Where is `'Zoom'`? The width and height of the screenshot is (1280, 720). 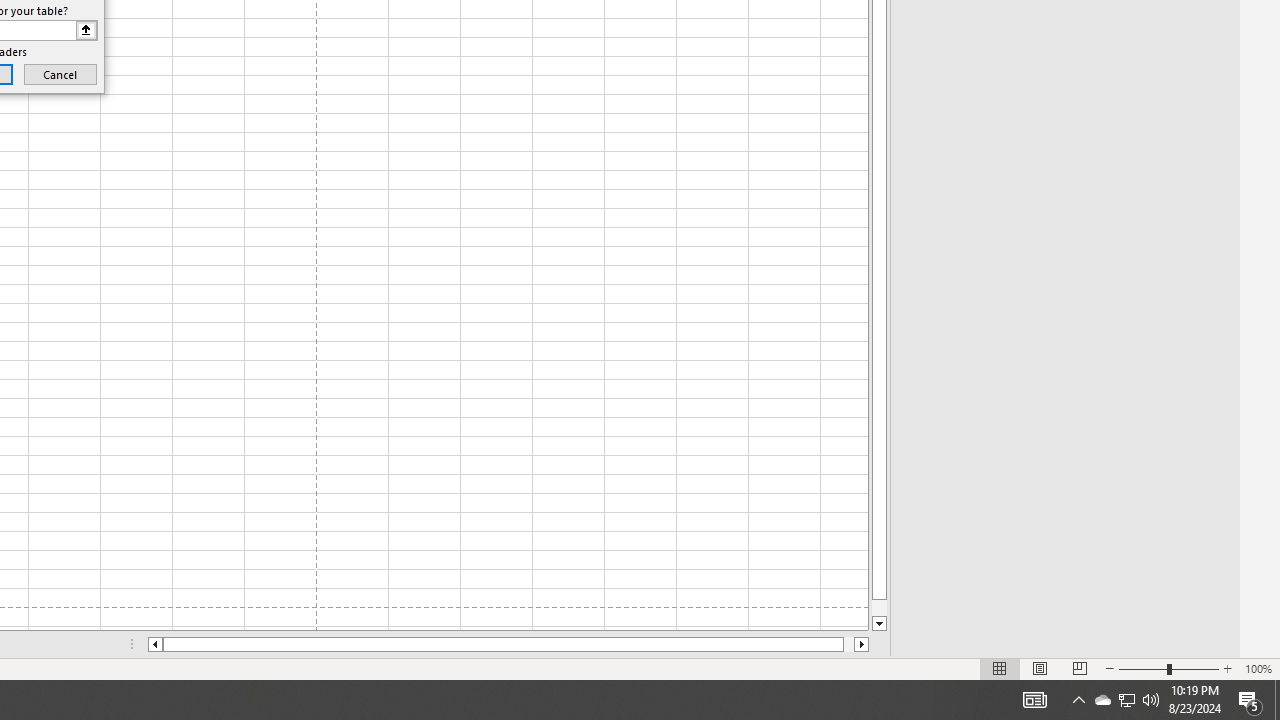 'Zoom' is located at coordinates (1168, 669).